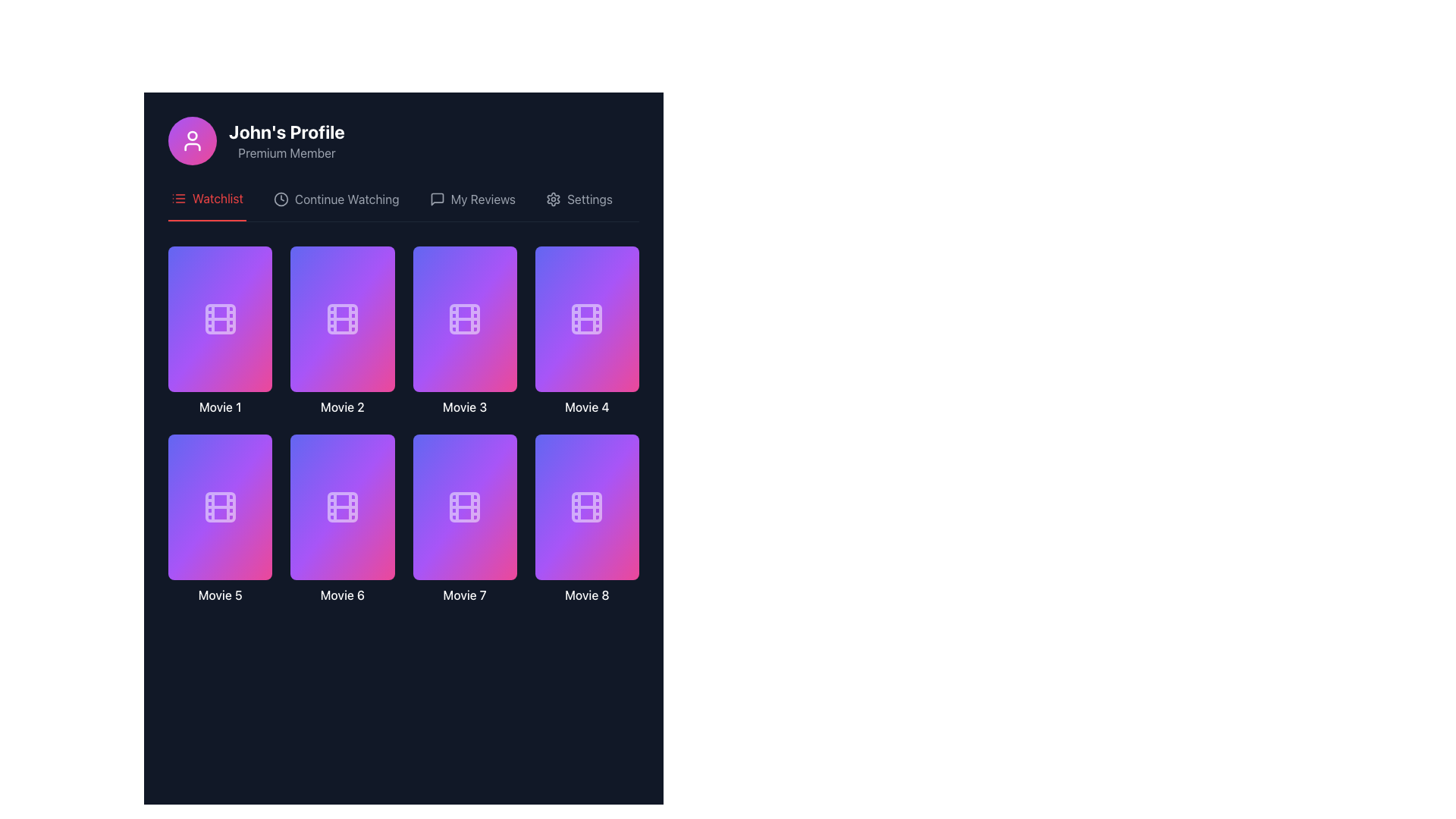 This screenshot has height=819, width=1456. Describe the element at coordinates (553, 198) in the screenshot. I see `the gear or cogwheel icon representing settings, which is located near the top-right corner of the interface, just before the text label 'Settings'` at that location.